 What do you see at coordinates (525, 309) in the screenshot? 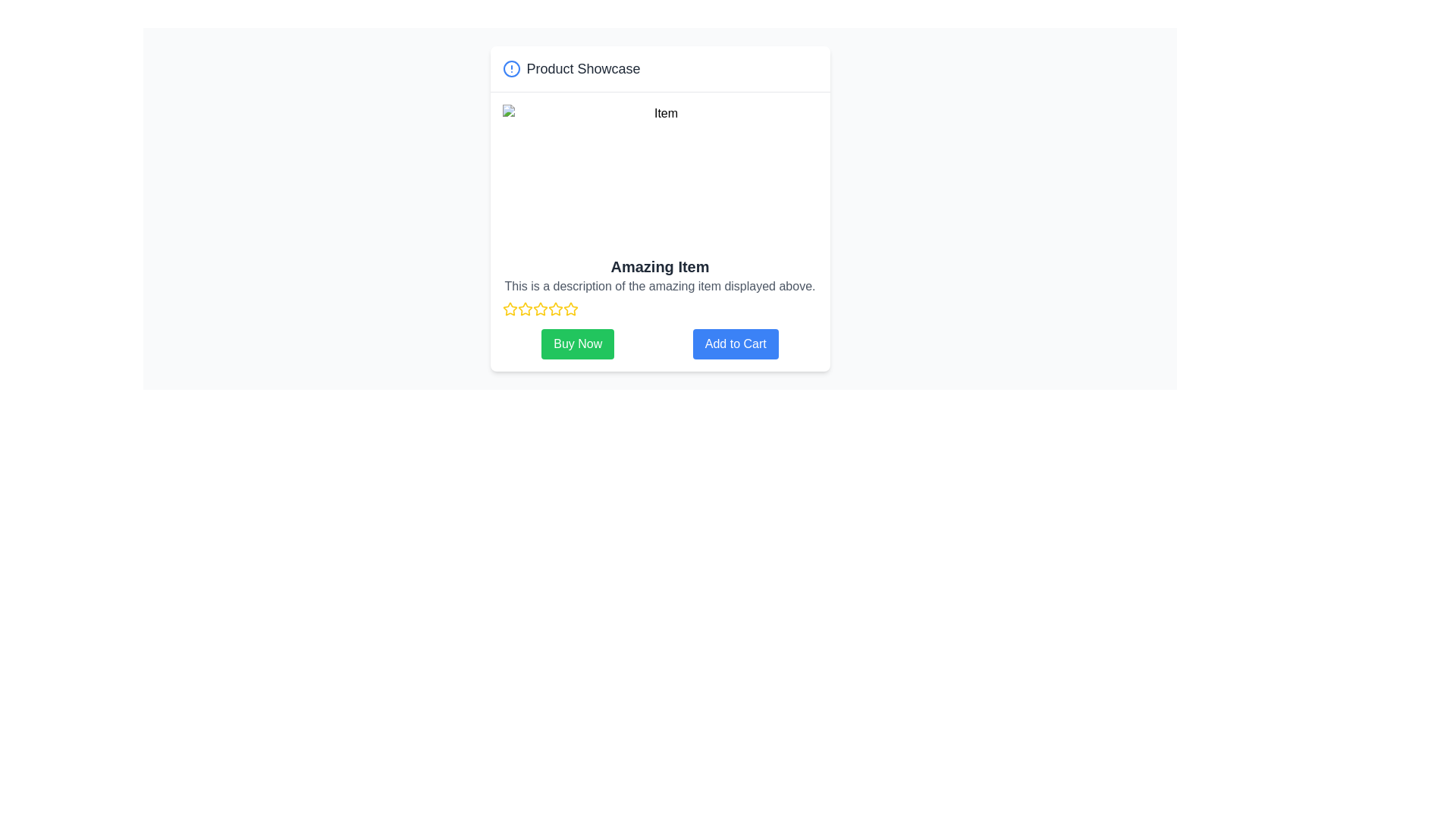
I see `the third rating star icon in the product card` at bounding box center [525, 309].